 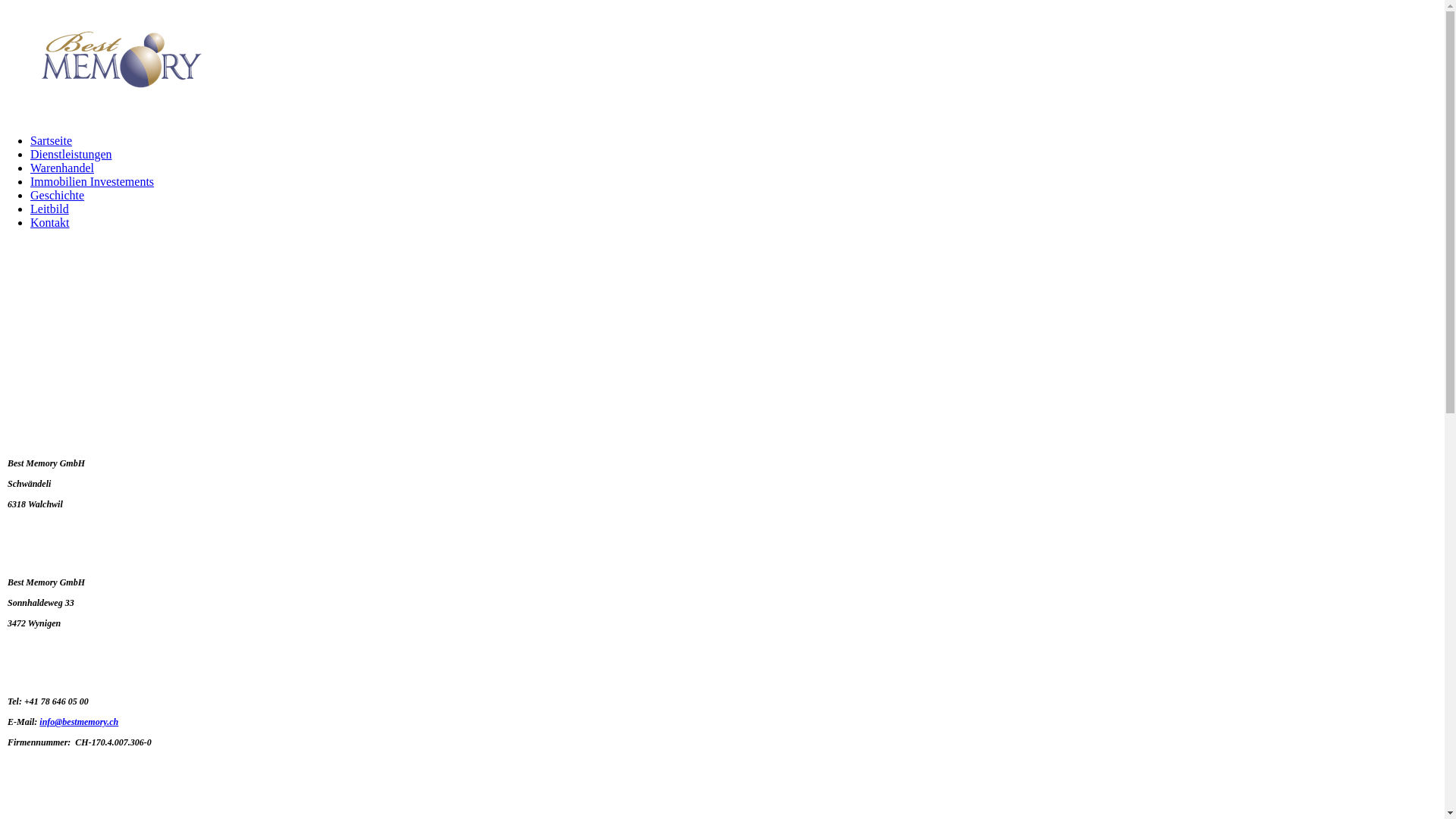 What do you see at coordinates (30, 168) in the screenshot?
I see `'Warenhandel'` at bounding box center [30, 168].